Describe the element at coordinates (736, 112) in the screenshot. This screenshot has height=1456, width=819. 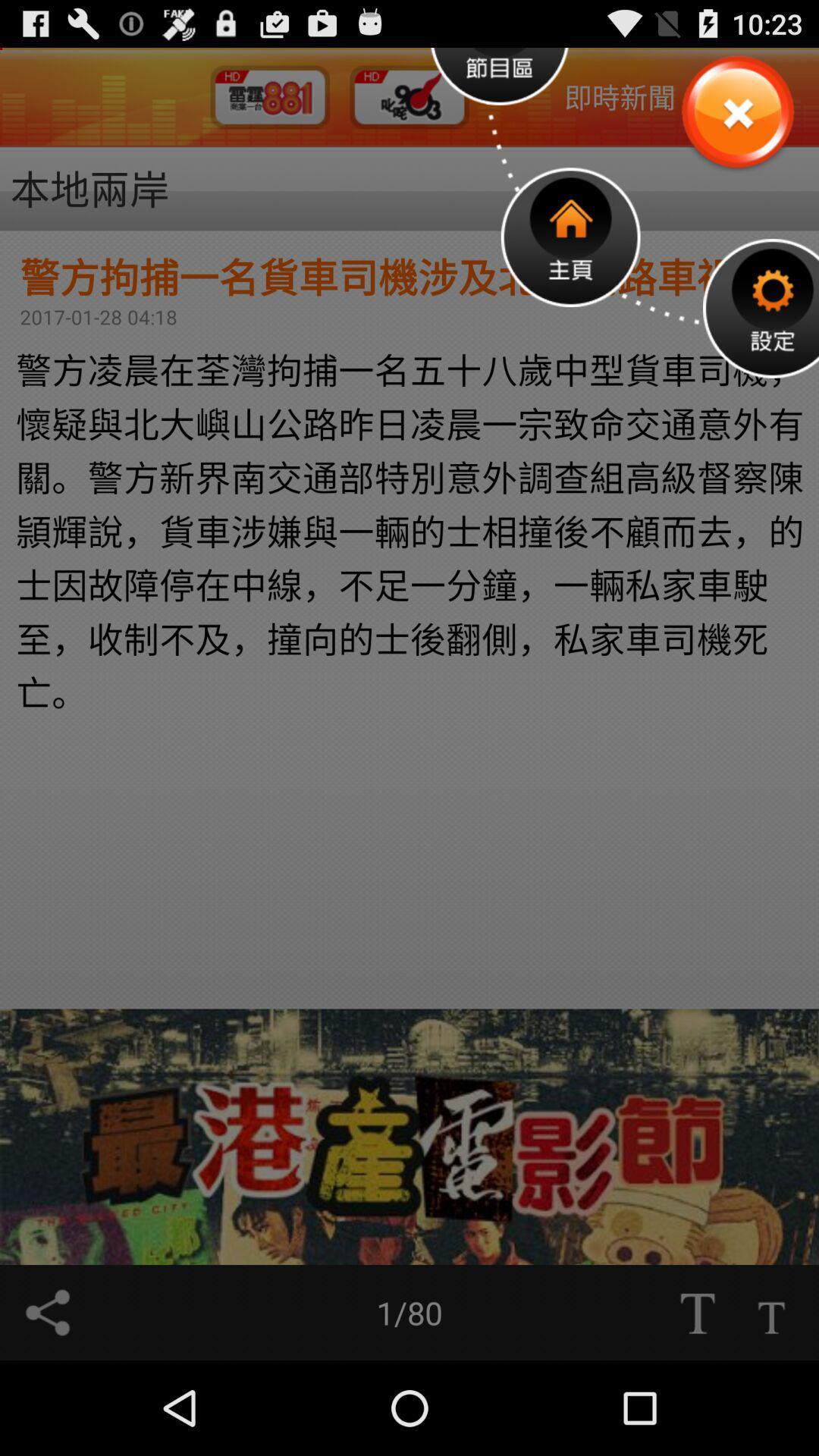
I see `the option` at that location.